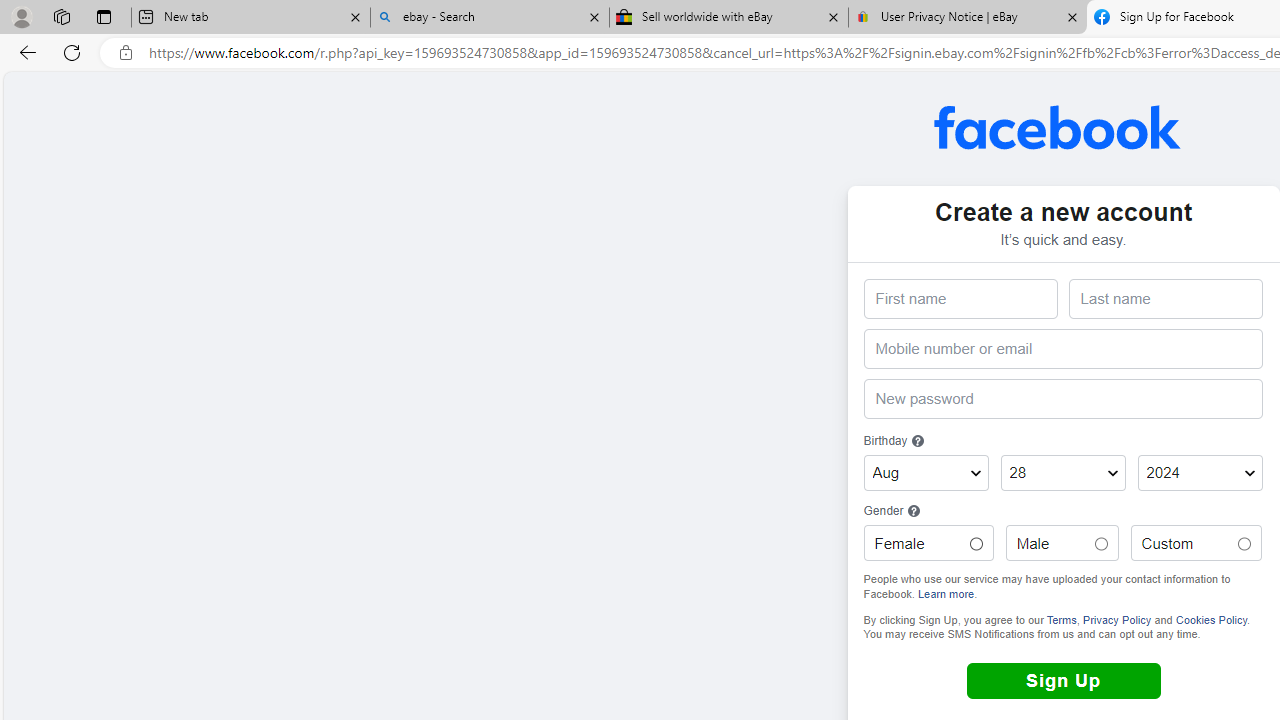 This screenshot has width=1280, height=720. Describe the element at coordinates (967, 17) in the screenshot. I see `'User Privacy Notice | eBay'` at that location.